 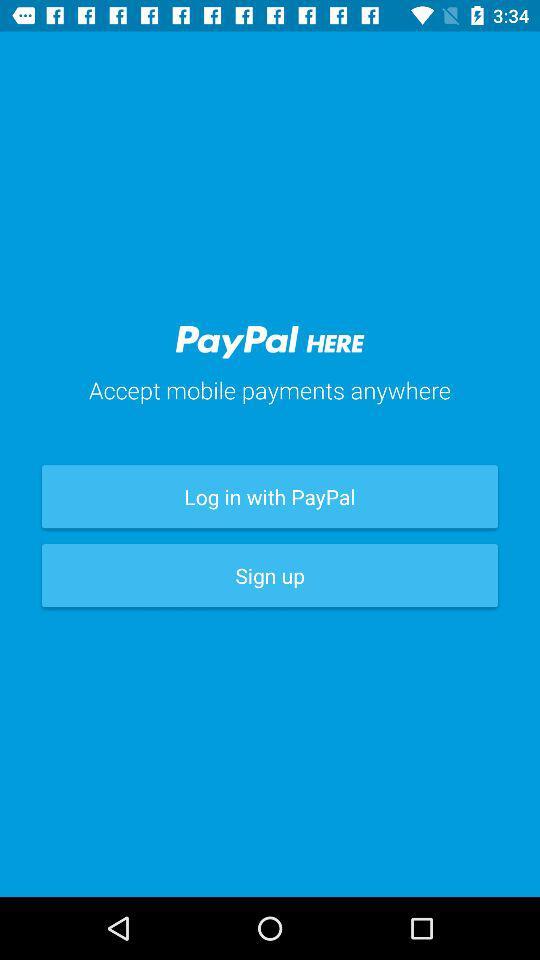 What do you see at coordinates (270, 495) in the screenshot?
I see `the log in with item` at bounding box center [270, 495].